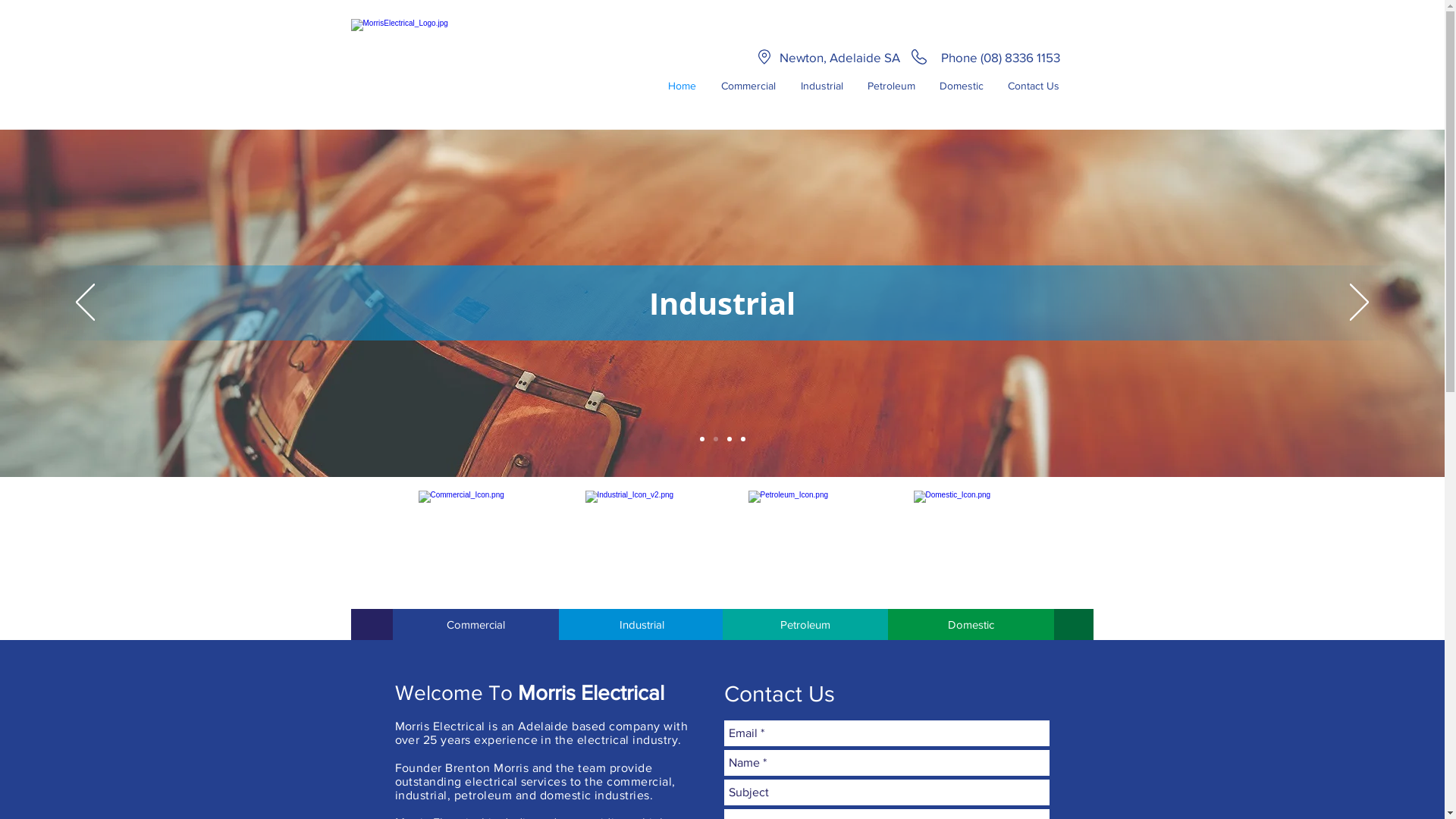 Image resolution: width=1456 pixels, height=819 pixels. I want to click on 'Domestic', so click(969, 624).